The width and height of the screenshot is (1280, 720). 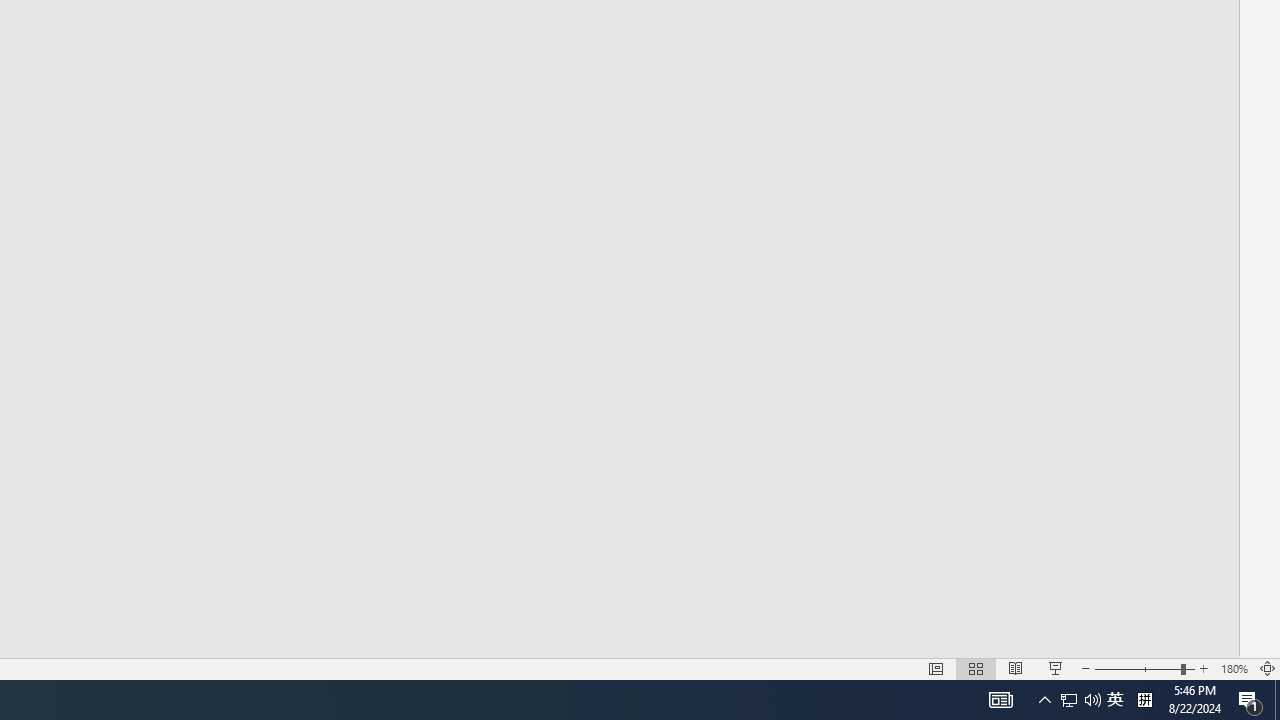 I want to click on 'Zoom', so click(x=1144, y=669).